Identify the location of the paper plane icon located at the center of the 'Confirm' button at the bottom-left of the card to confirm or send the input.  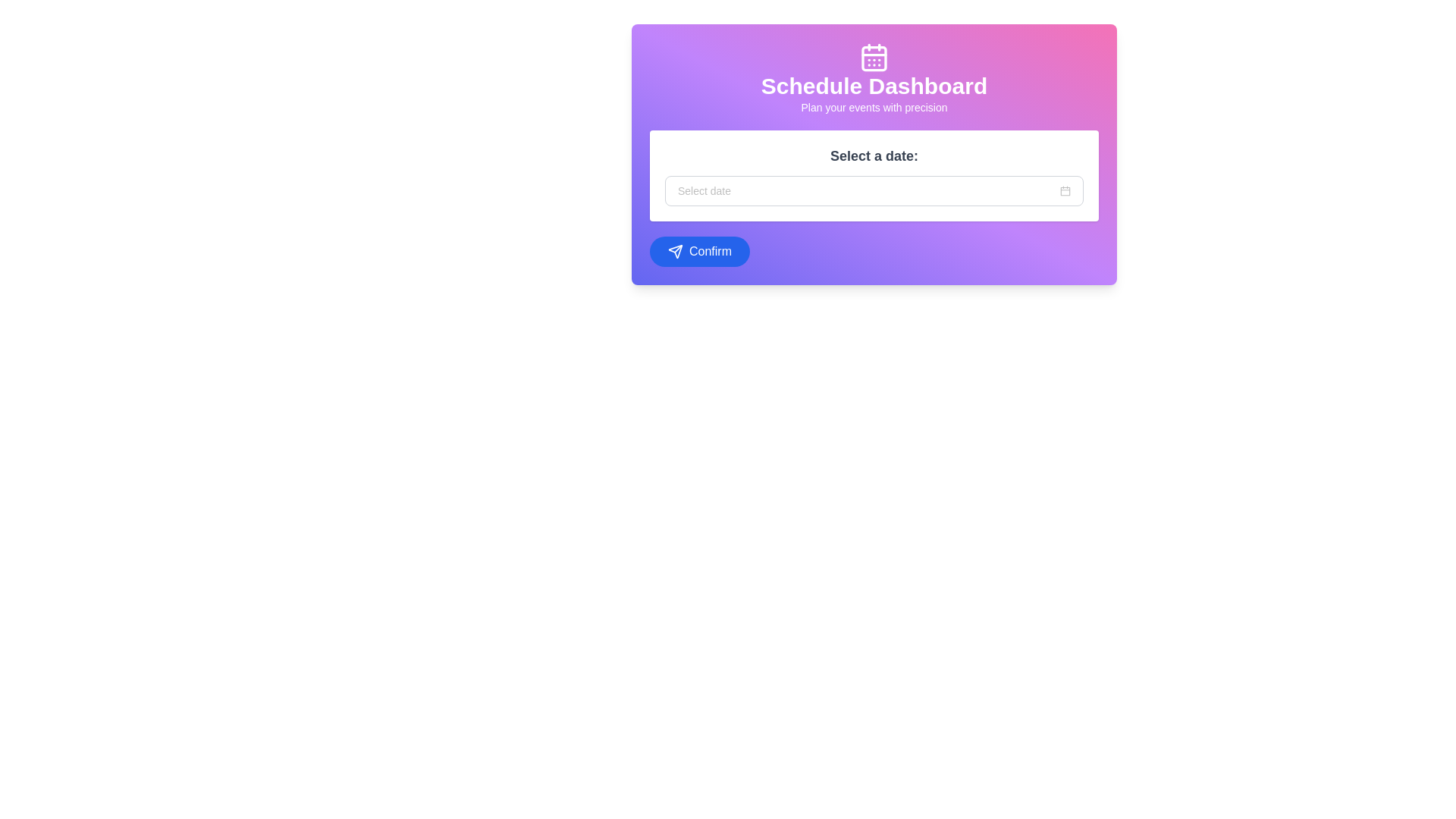
(675, 250).